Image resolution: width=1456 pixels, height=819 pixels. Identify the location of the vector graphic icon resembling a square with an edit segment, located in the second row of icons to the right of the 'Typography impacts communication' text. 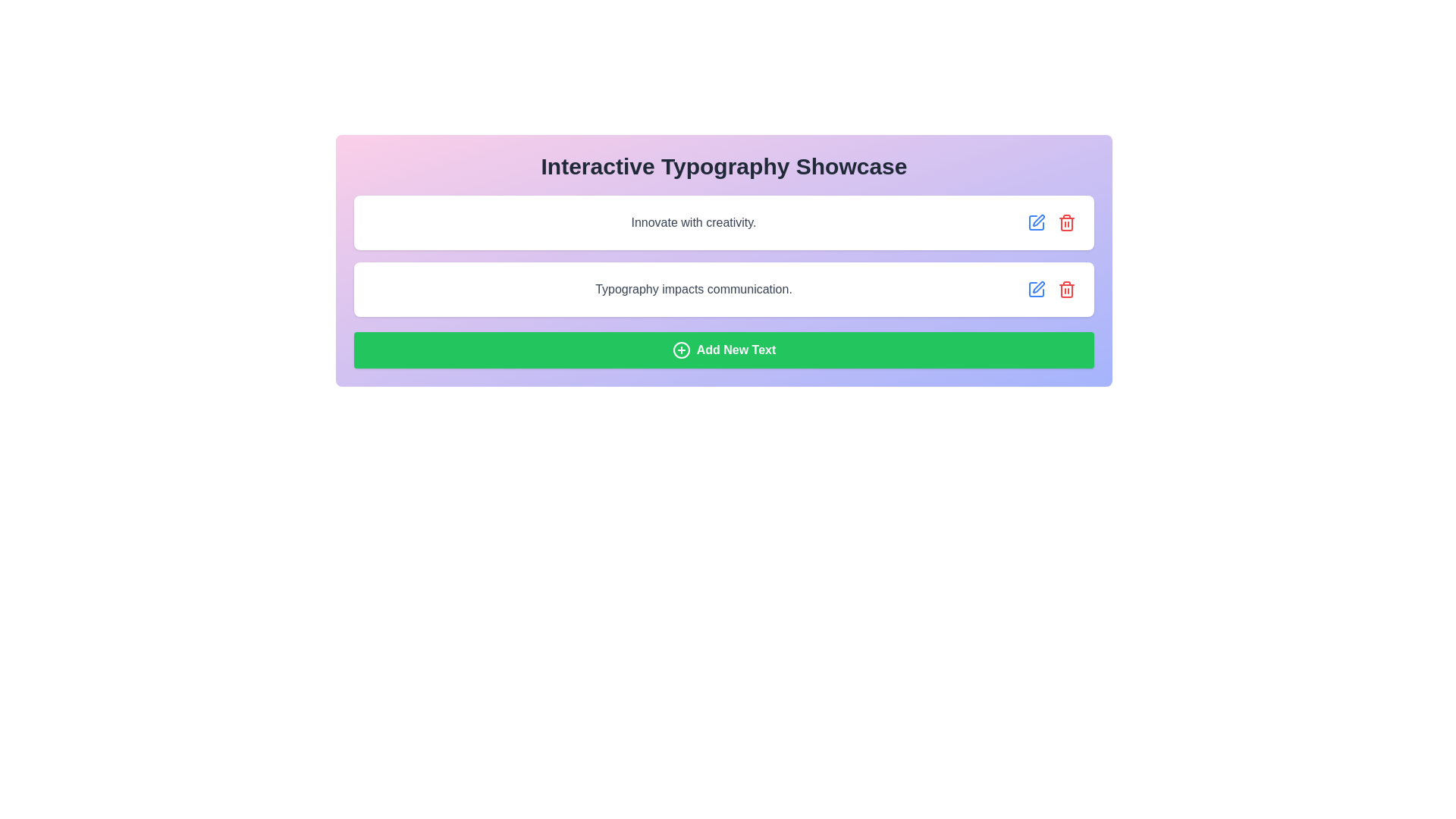
(1036, 222).